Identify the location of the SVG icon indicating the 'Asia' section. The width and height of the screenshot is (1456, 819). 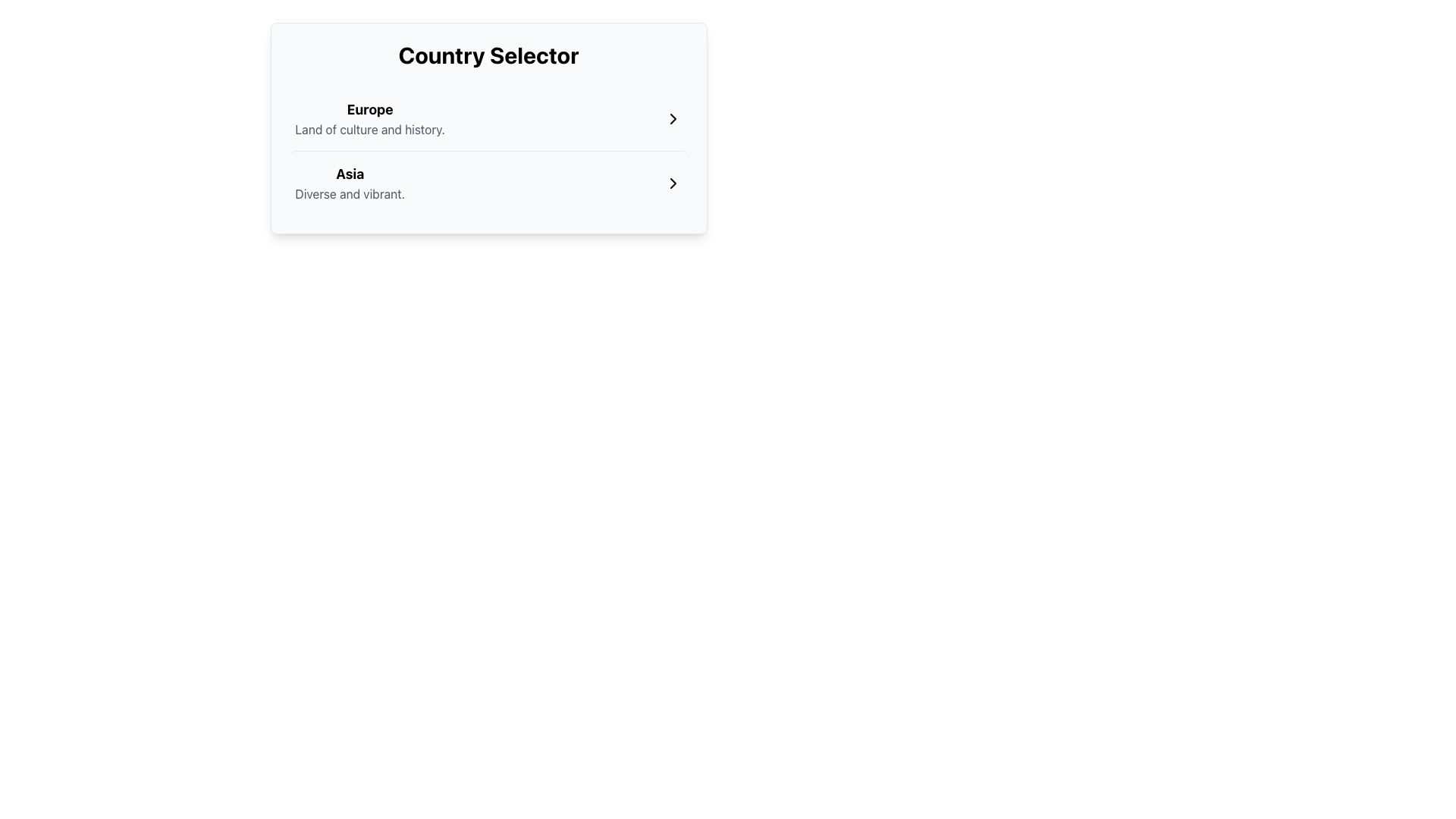
(672, 183).